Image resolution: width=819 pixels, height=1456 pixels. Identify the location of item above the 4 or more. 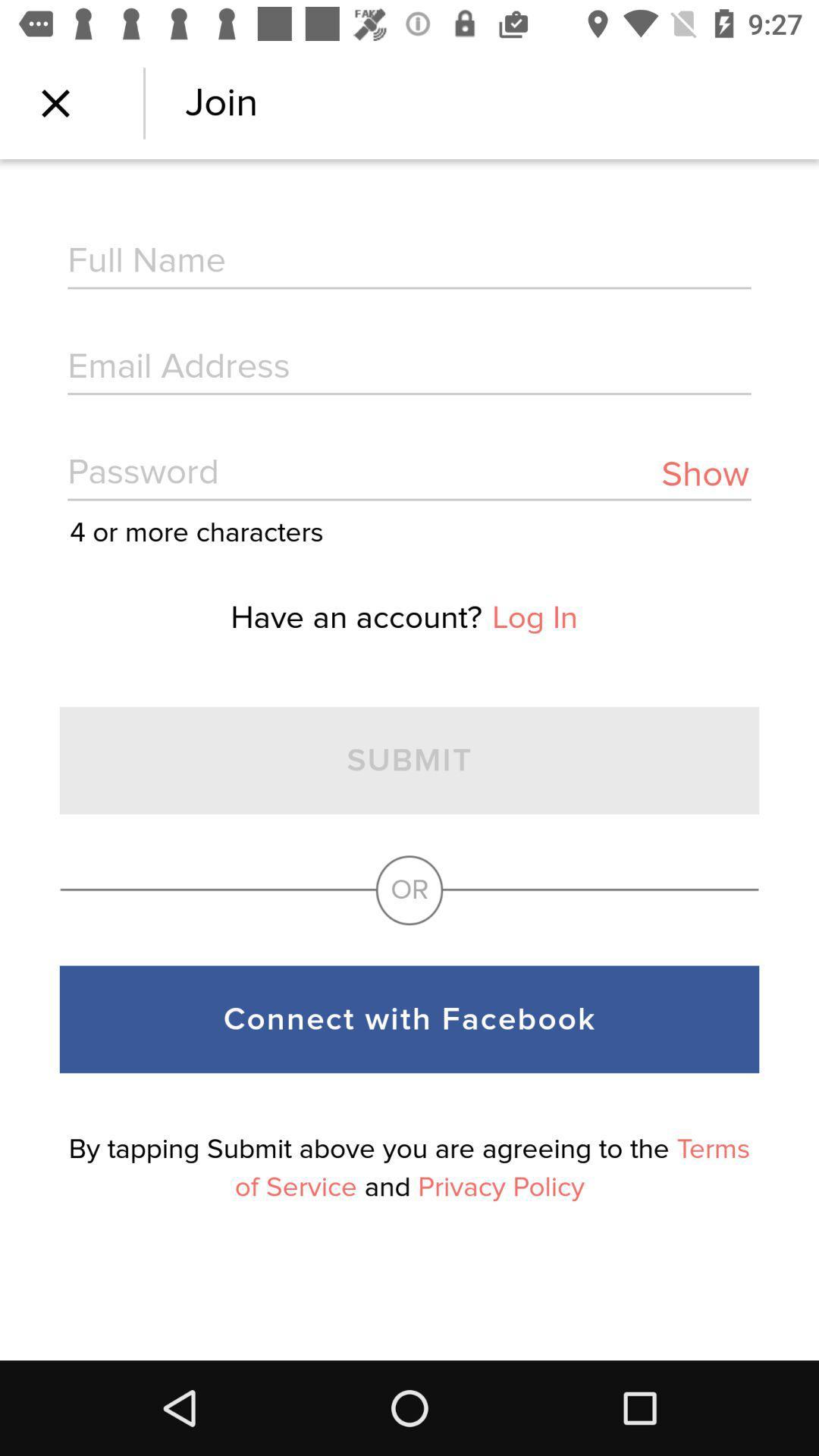
(409, 473).